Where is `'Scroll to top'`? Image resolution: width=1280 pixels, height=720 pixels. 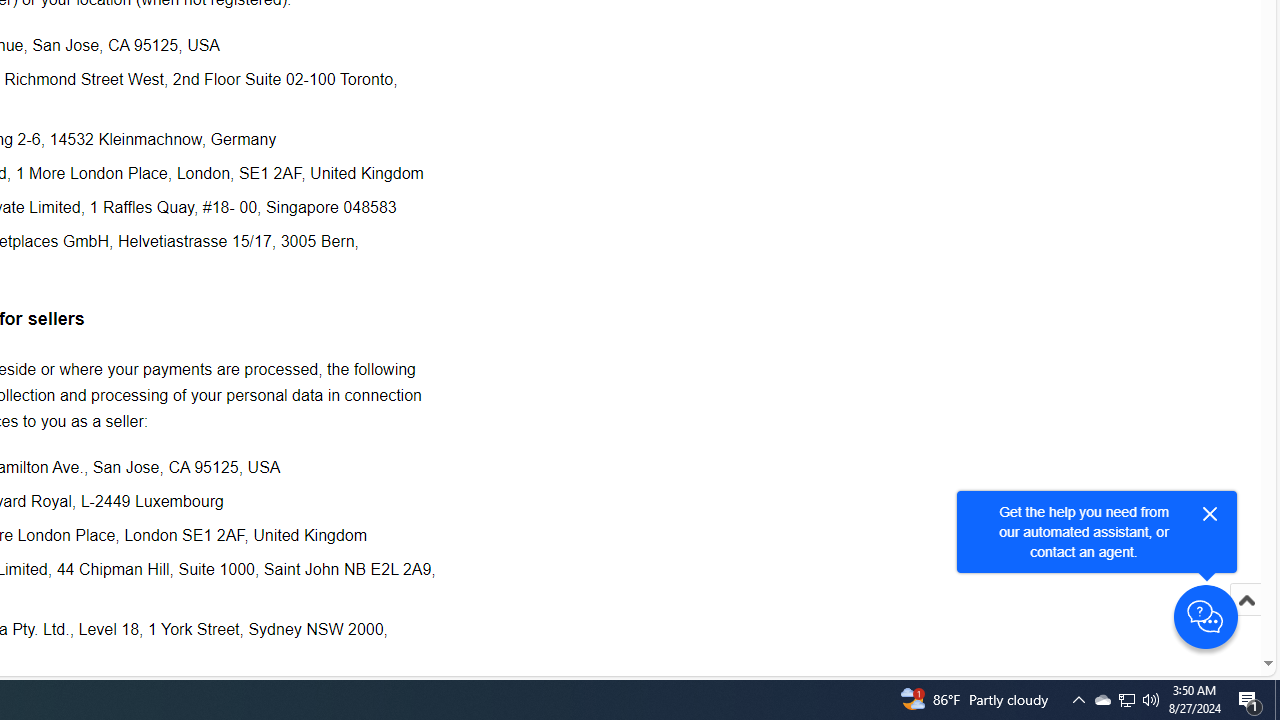
'Scroll to top' is located at coordinates (1245, 620).